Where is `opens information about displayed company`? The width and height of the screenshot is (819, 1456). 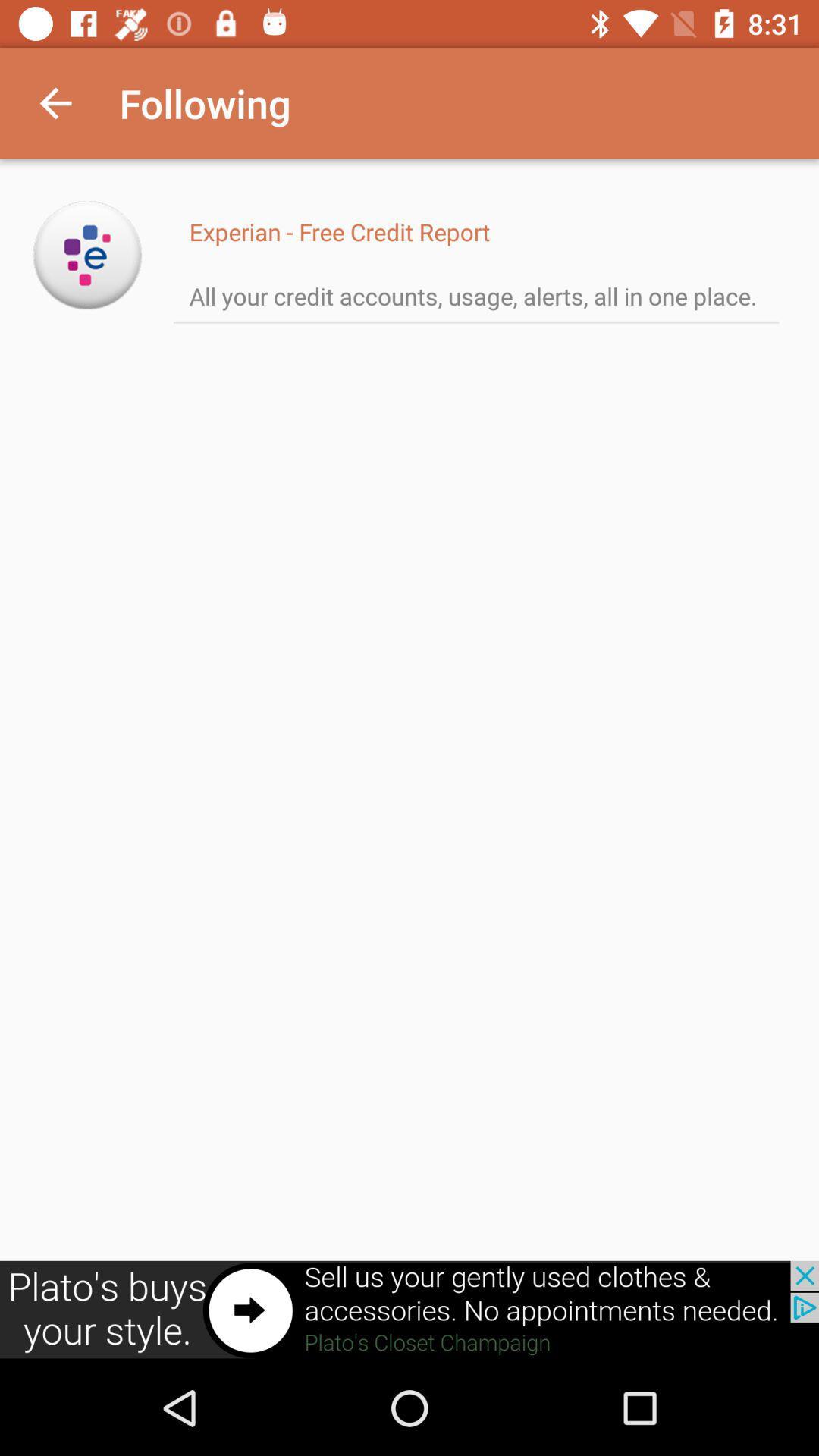
opens information about displayed company is located at coordinates (87, 255).